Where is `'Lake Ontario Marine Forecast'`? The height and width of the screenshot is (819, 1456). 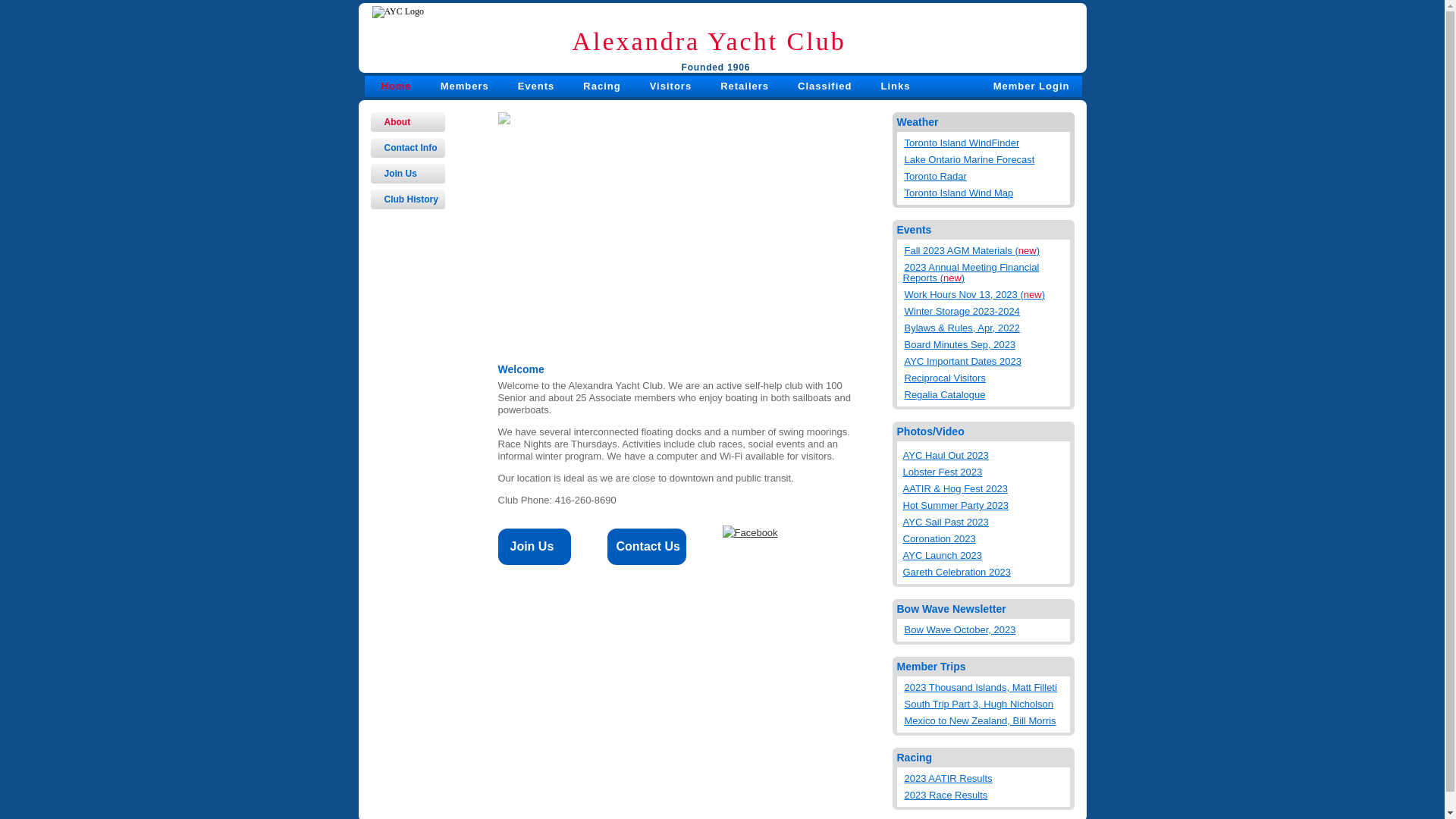 'Lake Ontario Marine Forecast' is located at coordinates (986, 157).